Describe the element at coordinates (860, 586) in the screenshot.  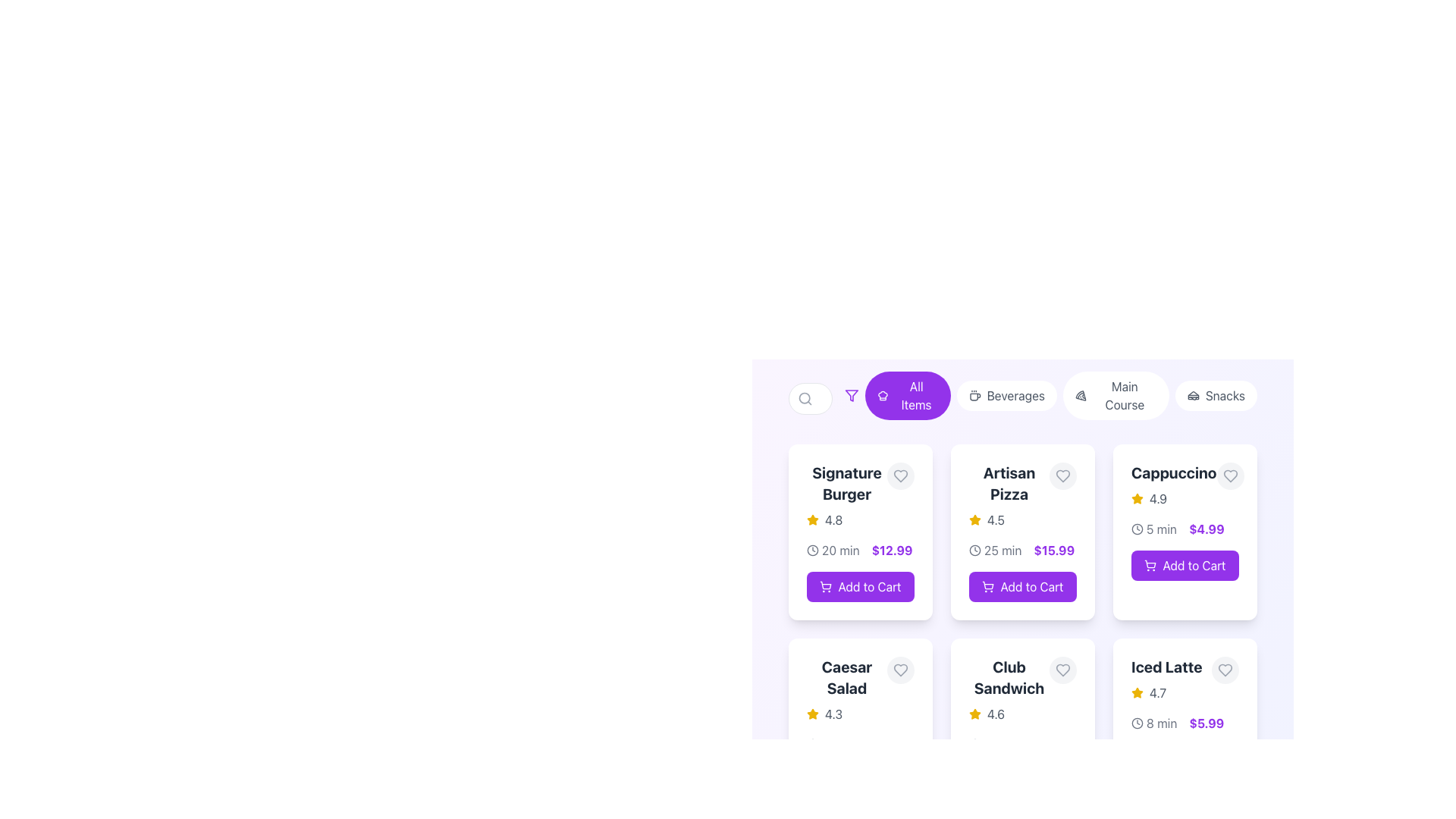
I see `the 'Add to Cart' button with a vibrant purple background and white text located in the bottom section of the 'Signature Burger' card` at that location.